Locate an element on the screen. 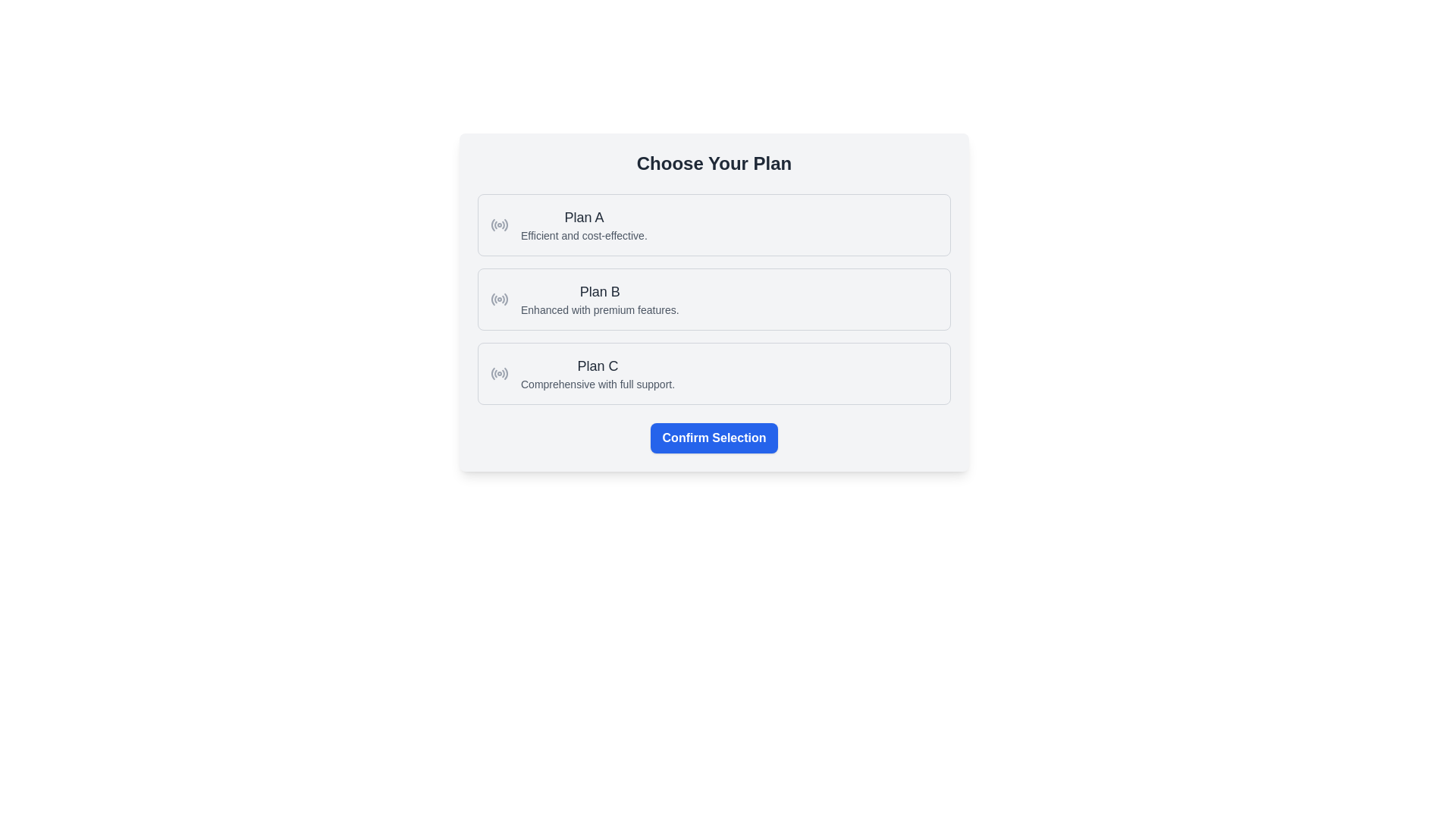 This screenshot has height=819, width=1456. the radio button icon representing the 'Plan B' option, located to the left of the text 'Plan B - Enhanced with premium features' is located at coordinates (499, 299).